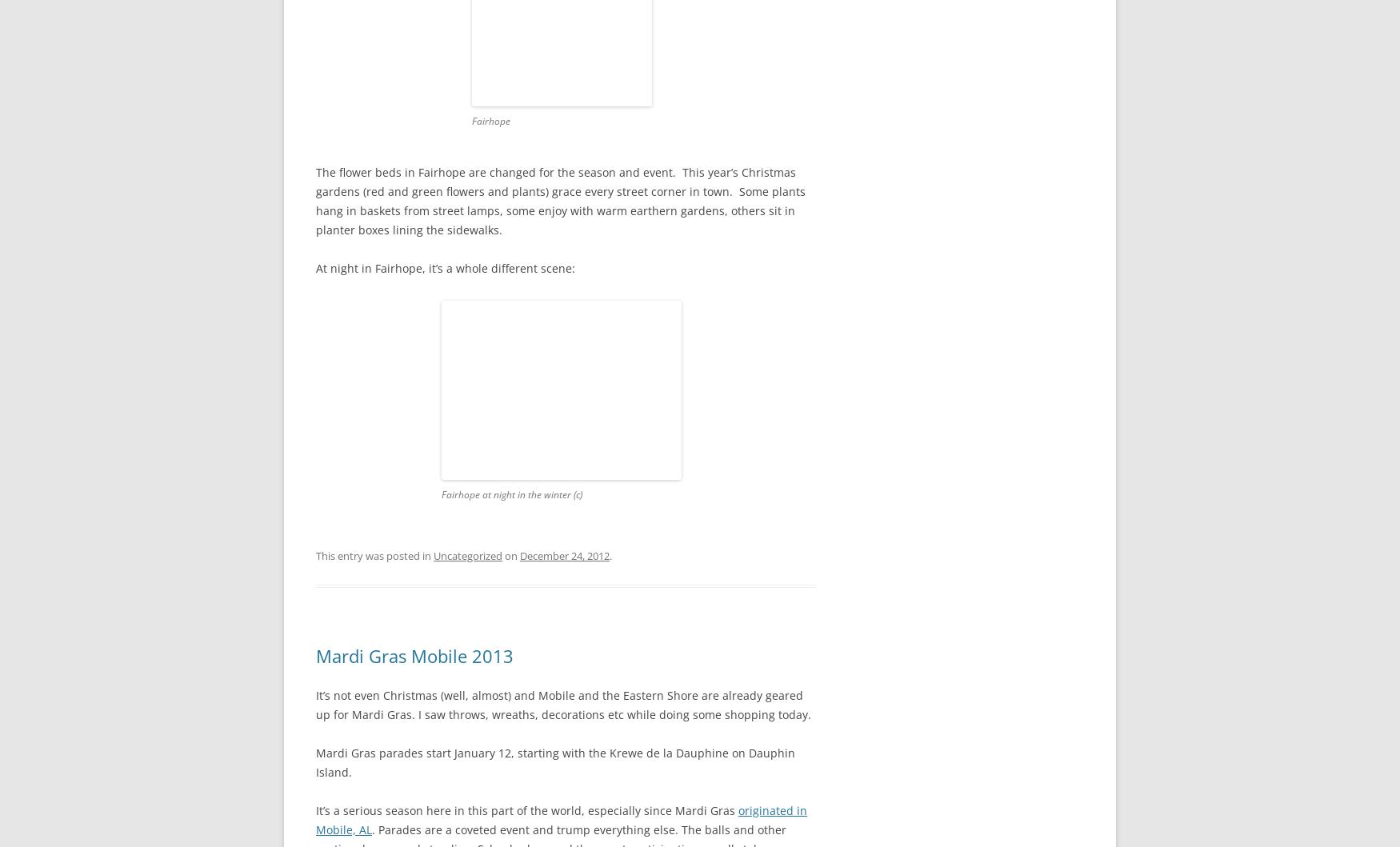 This screenshot has width=1400, height=847. Describe the element at coordinates (610, 556) in the screenshot. I see `'.'` at that location.